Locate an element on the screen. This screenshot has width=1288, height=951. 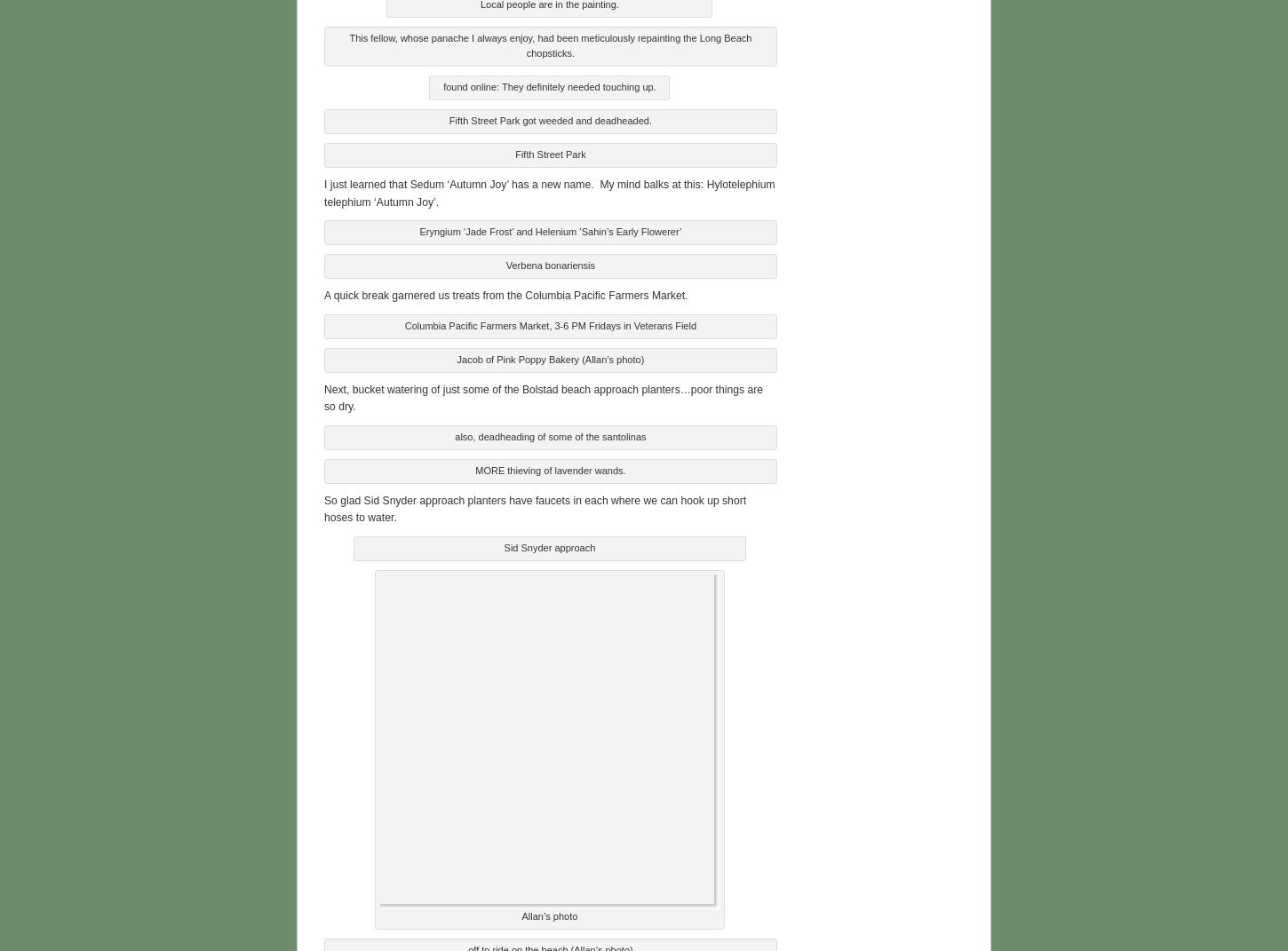
'Jacob of Pink Poppy Bakery (Allan’s photo)' is located at coordinates (549, 357).